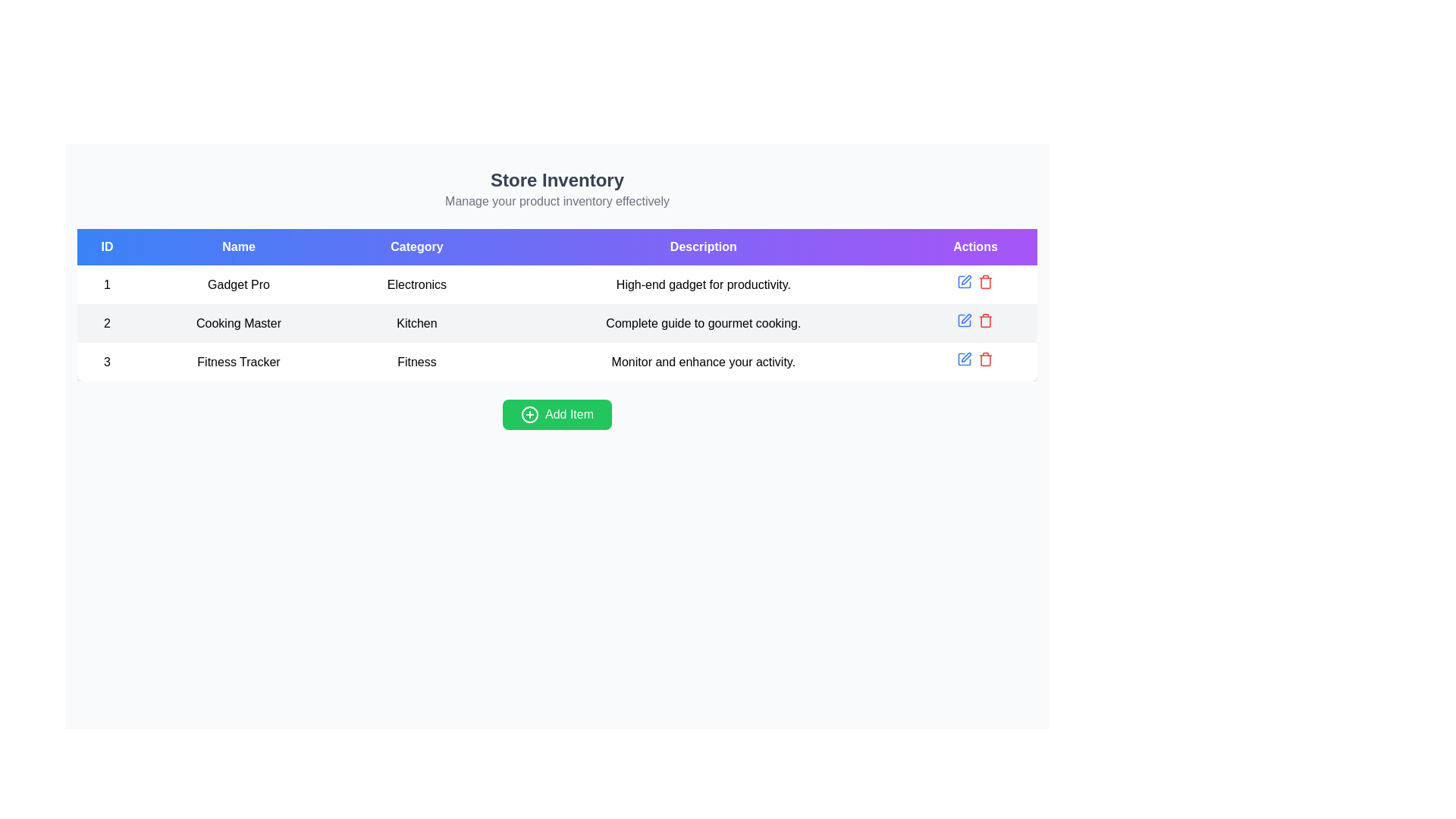 This screenshot has height=819, width=1456. I want to click on the static text display located in the fourth column of the table under the row for ID 1 and Name 'Gadget Pro.', so click(702, 284).